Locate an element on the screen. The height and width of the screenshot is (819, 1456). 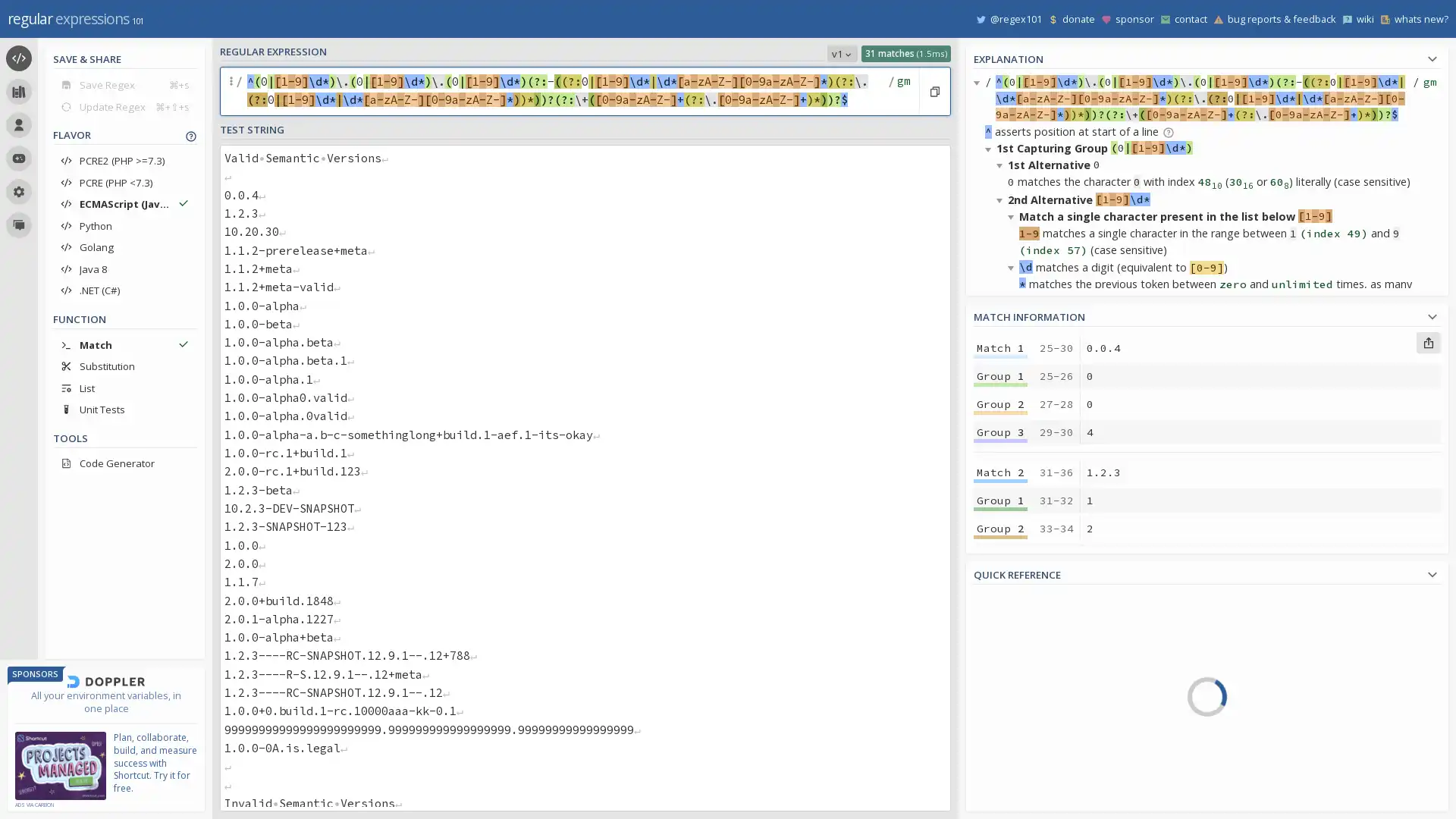
Group 3 is located at coordinates (1000, 432).